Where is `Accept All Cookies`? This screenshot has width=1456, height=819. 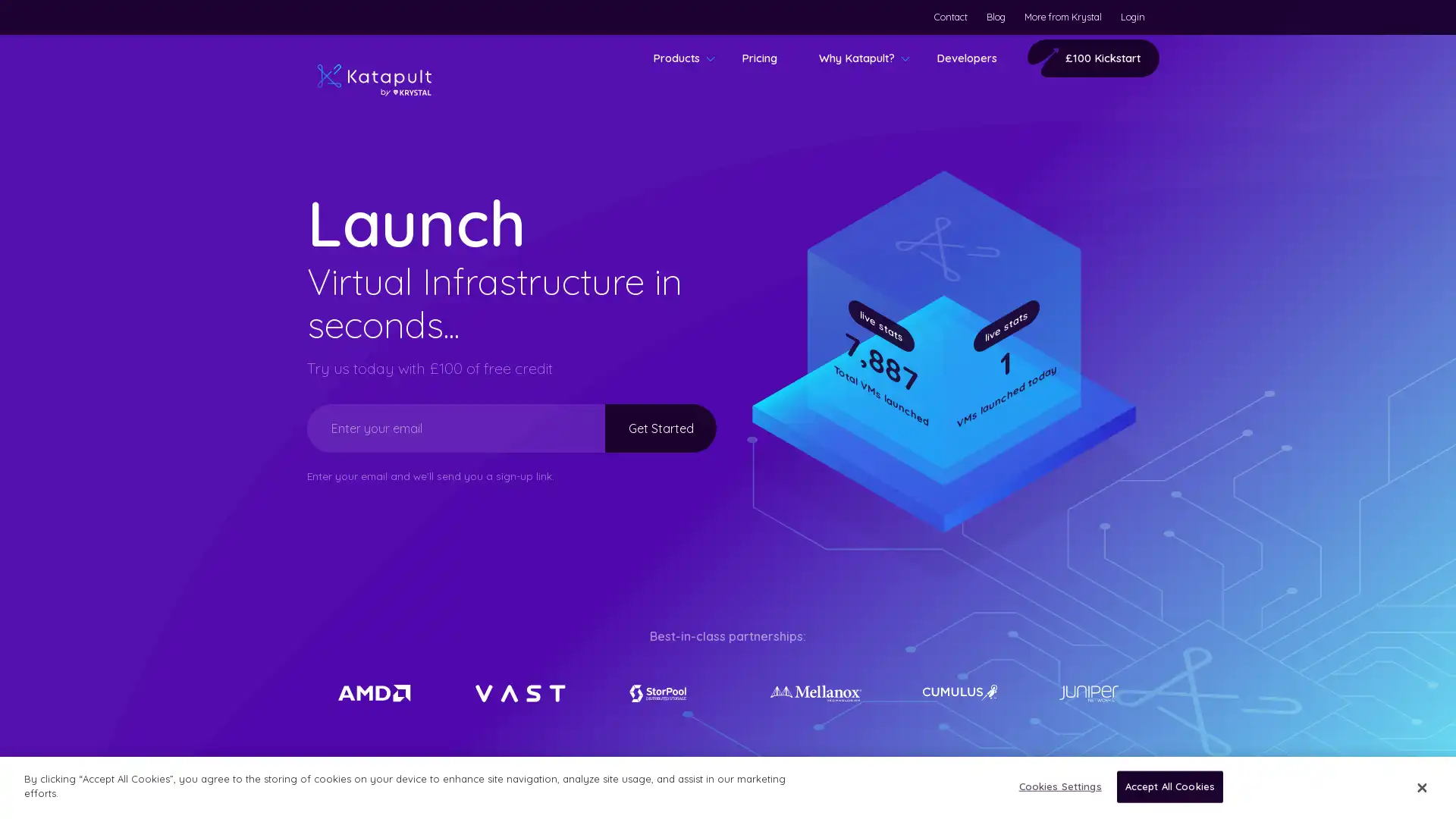
Accept All Cookies is located at coordinates (1169, 786).